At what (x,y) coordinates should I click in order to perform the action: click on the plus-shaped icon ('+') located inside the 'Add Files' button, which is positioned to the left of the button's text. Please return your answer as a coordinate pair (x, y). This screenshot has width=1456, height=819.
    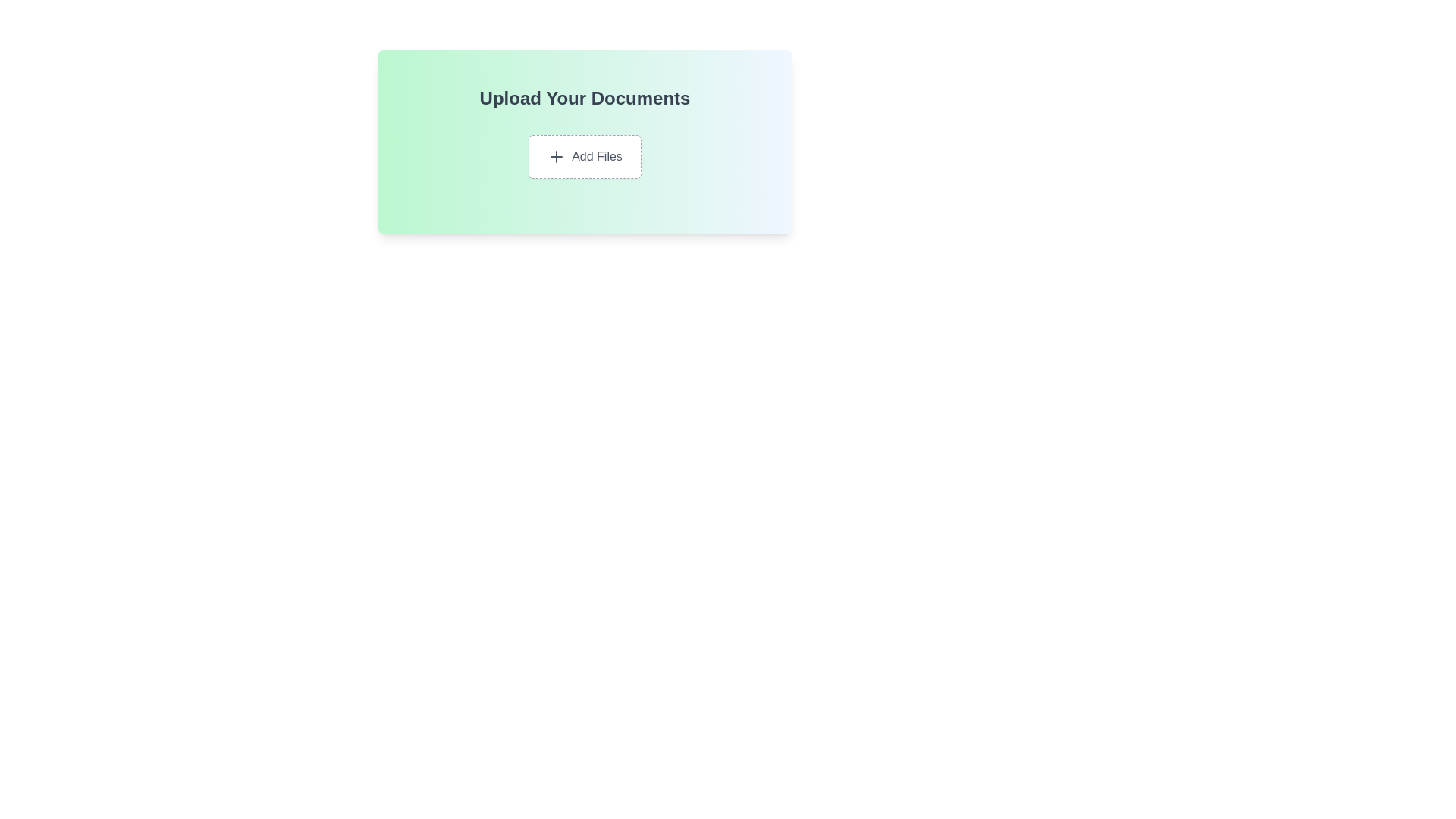
    Looking at the image, I should click on (556, 157).